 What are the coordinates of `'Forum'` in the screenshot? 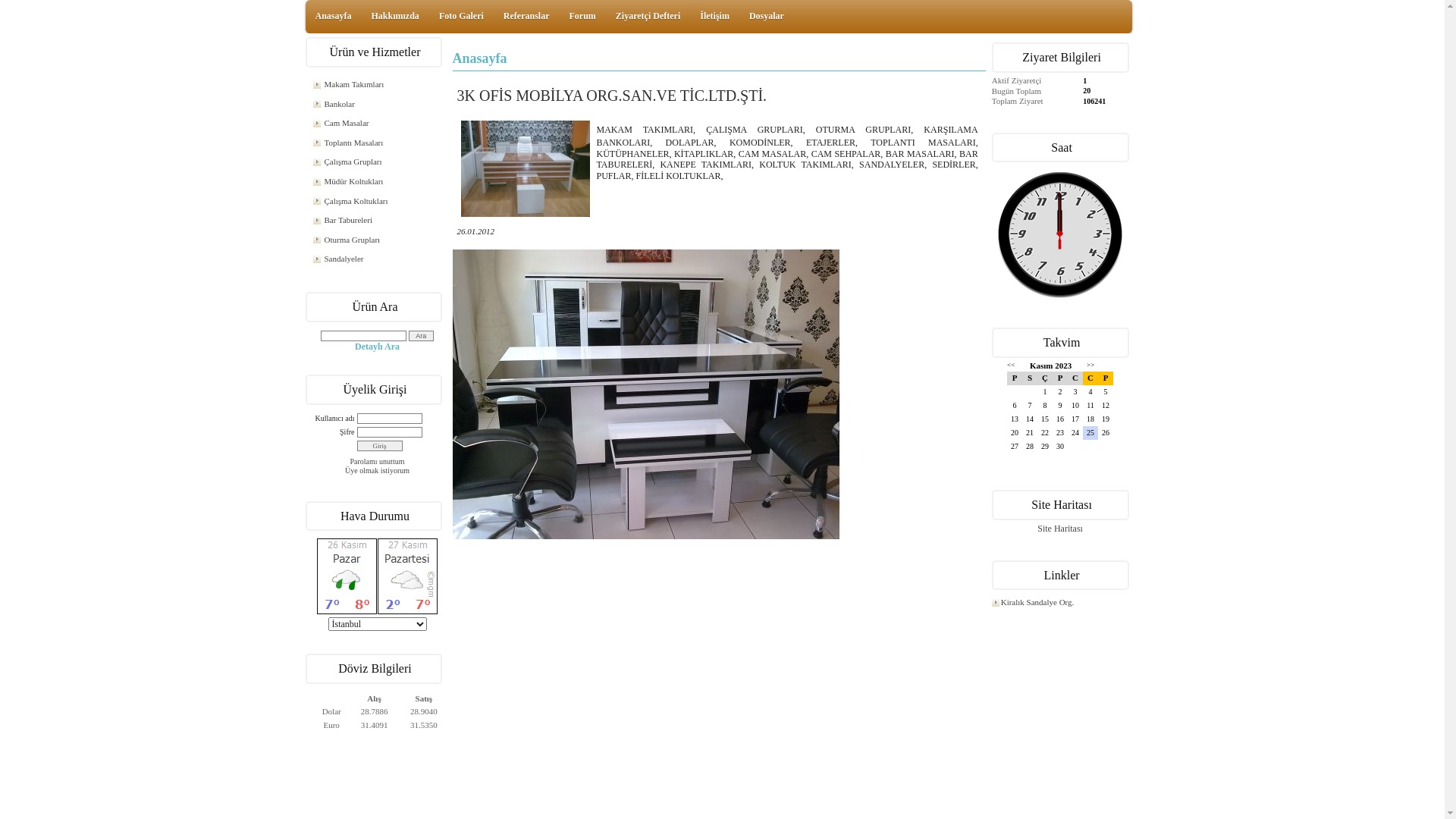 It's located at (582, 15).